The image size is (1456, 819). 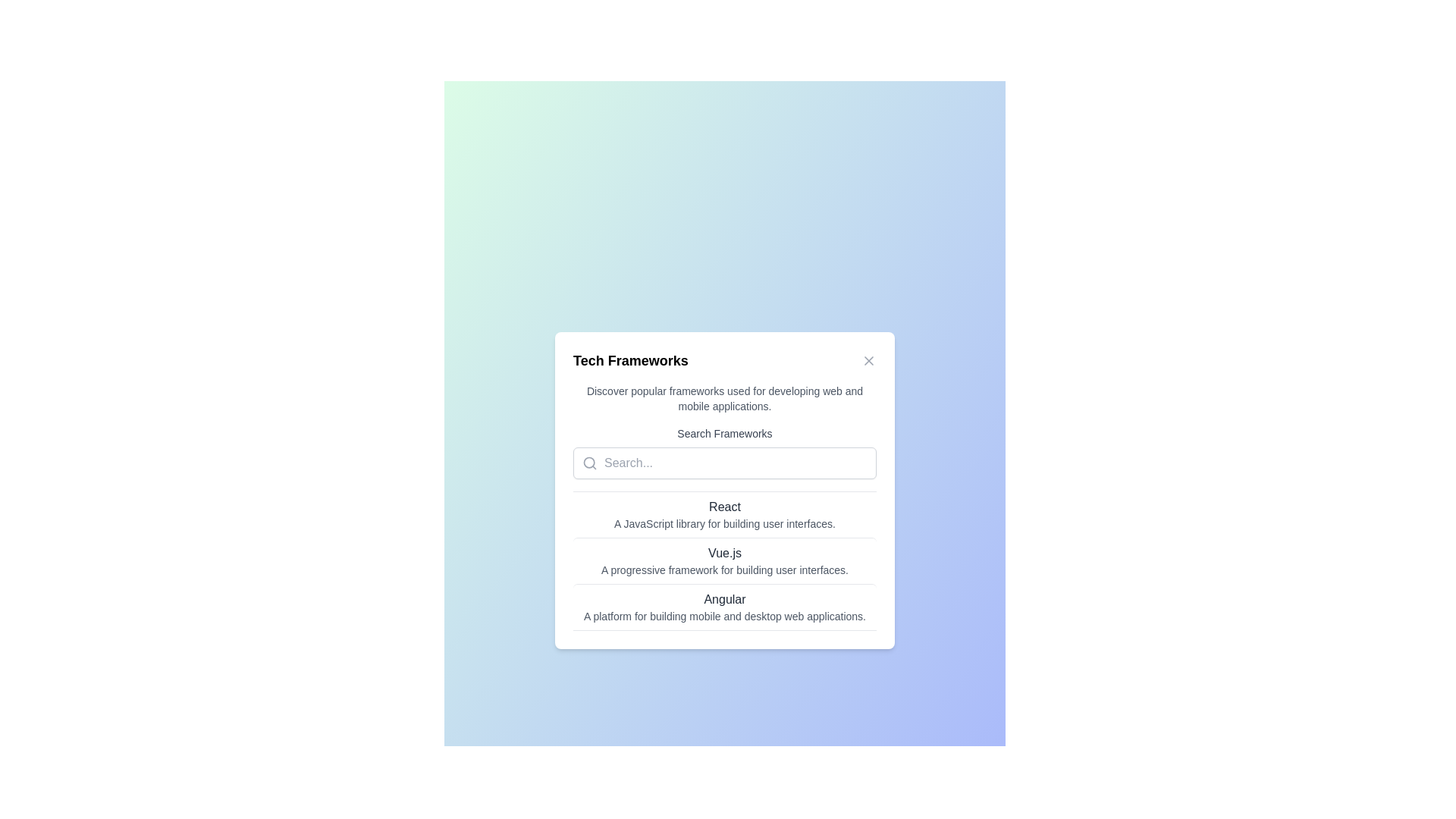 I want to click on the text label stating 'Search Frameworks', which is a medium-sized gray font located between the subtitle and the search input field, so click(x=723, y=433).